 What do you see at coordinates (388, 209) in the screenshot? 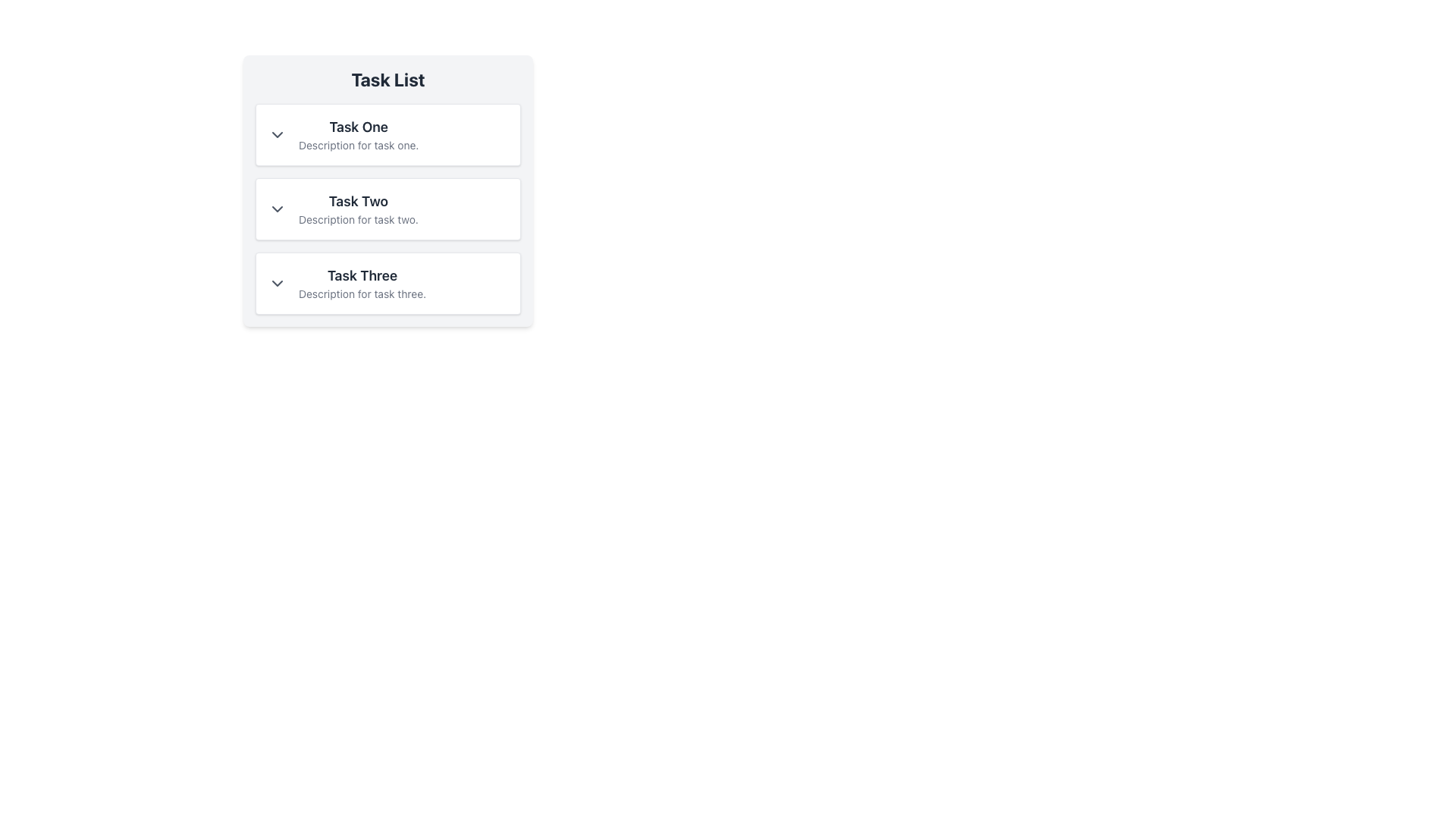
I see `description of the second task in the task list, which is part of a collapsible component styled with bold titles and chevron icons` at bounding box center [388, 209].